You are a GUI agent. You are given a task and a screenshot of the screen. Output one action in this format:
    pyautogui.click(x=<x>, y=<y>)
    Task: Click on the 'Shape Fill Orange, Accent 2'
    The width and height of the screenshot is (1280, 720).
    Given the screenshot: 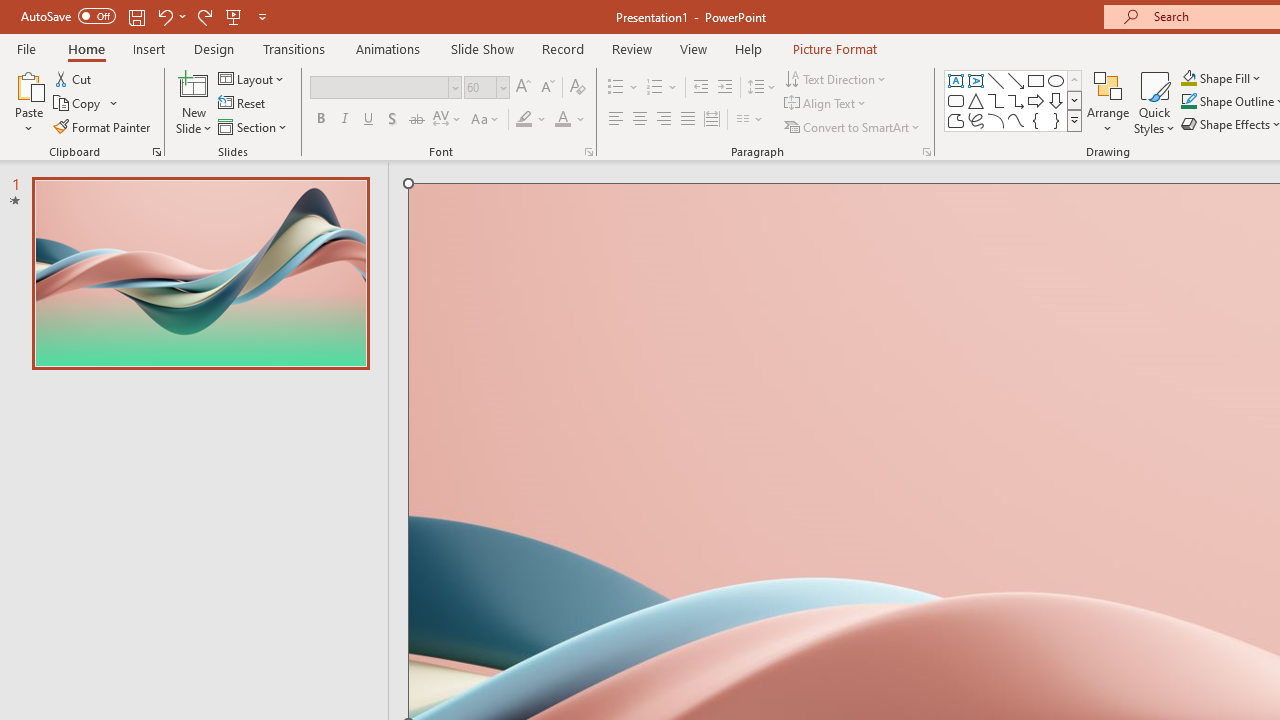 What is the action you would take?
    pyautogui.click(x=1189, y=77)
    